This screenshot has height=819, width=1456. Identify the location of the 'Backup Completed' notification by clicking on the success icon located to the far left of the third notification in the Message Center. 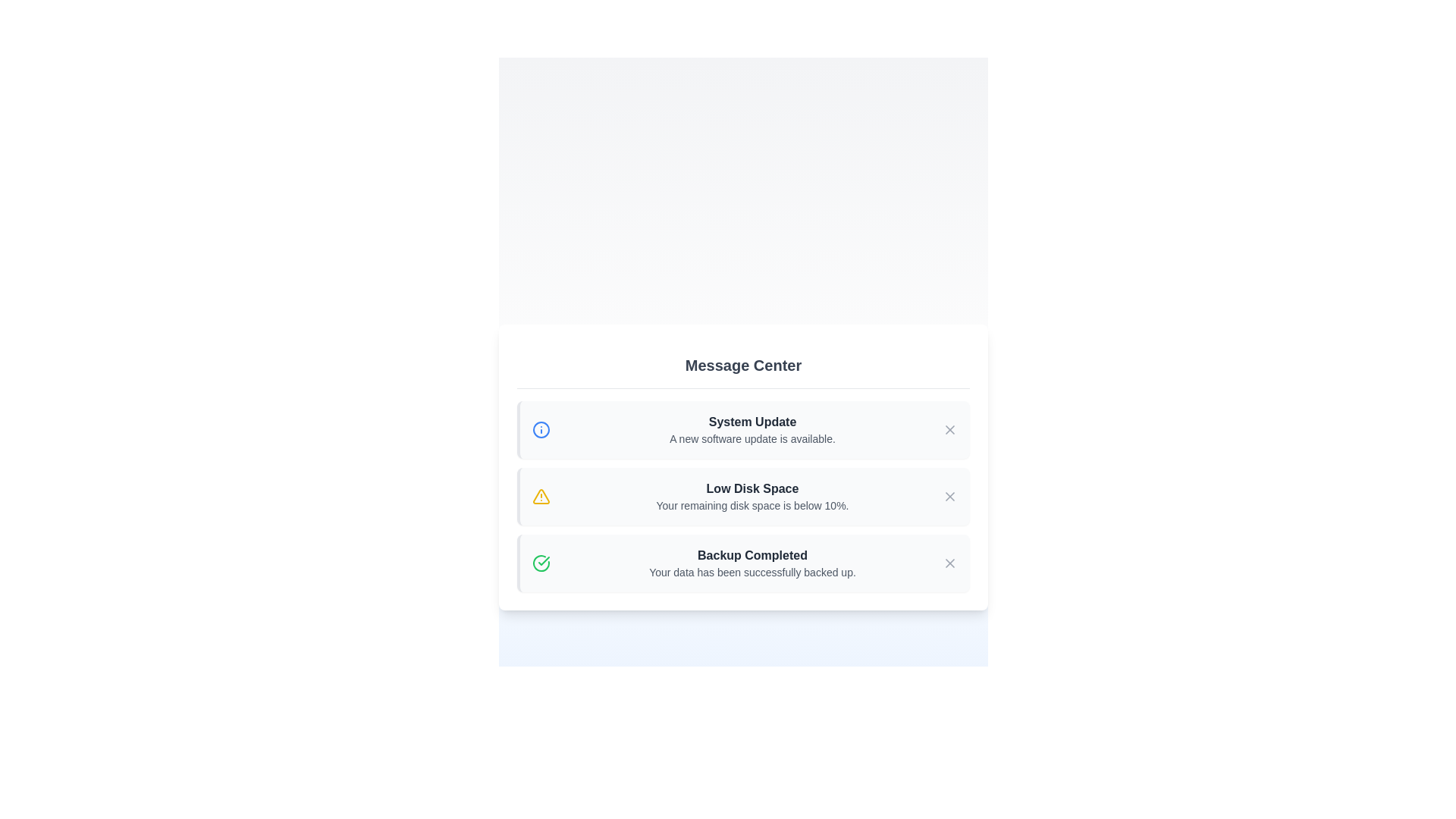
(541, 563).